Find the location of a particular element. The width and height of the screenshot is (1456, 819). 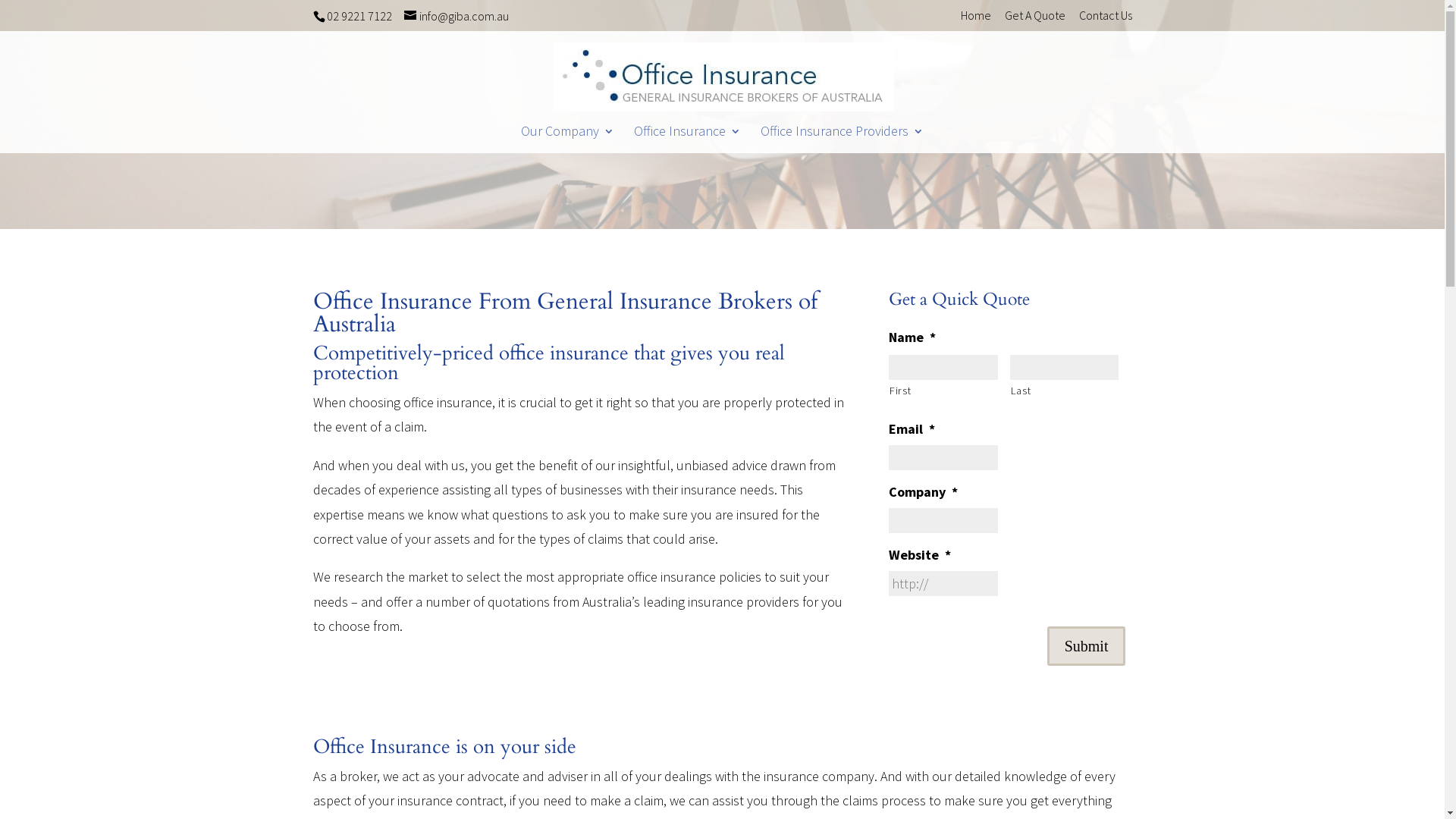

'Get A Quote' is located at coordinates (1033, 20).